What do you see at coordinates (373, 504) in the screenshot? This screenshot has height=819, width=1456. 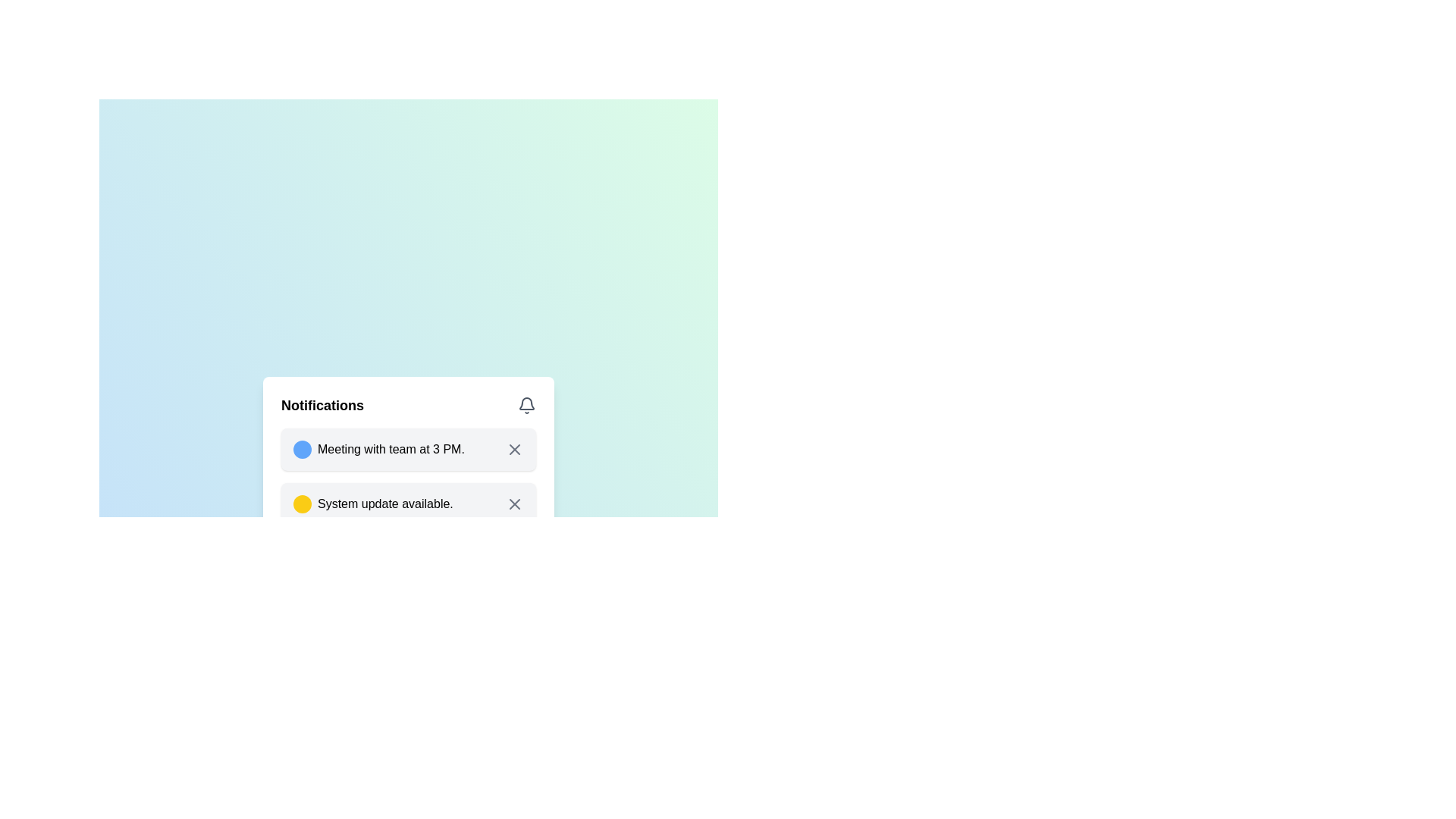 I see `the Notification item with an informational icon and text, which notifies the user of a system update available, positioned as the second item in the notification card` at bounding box center [373, 504].